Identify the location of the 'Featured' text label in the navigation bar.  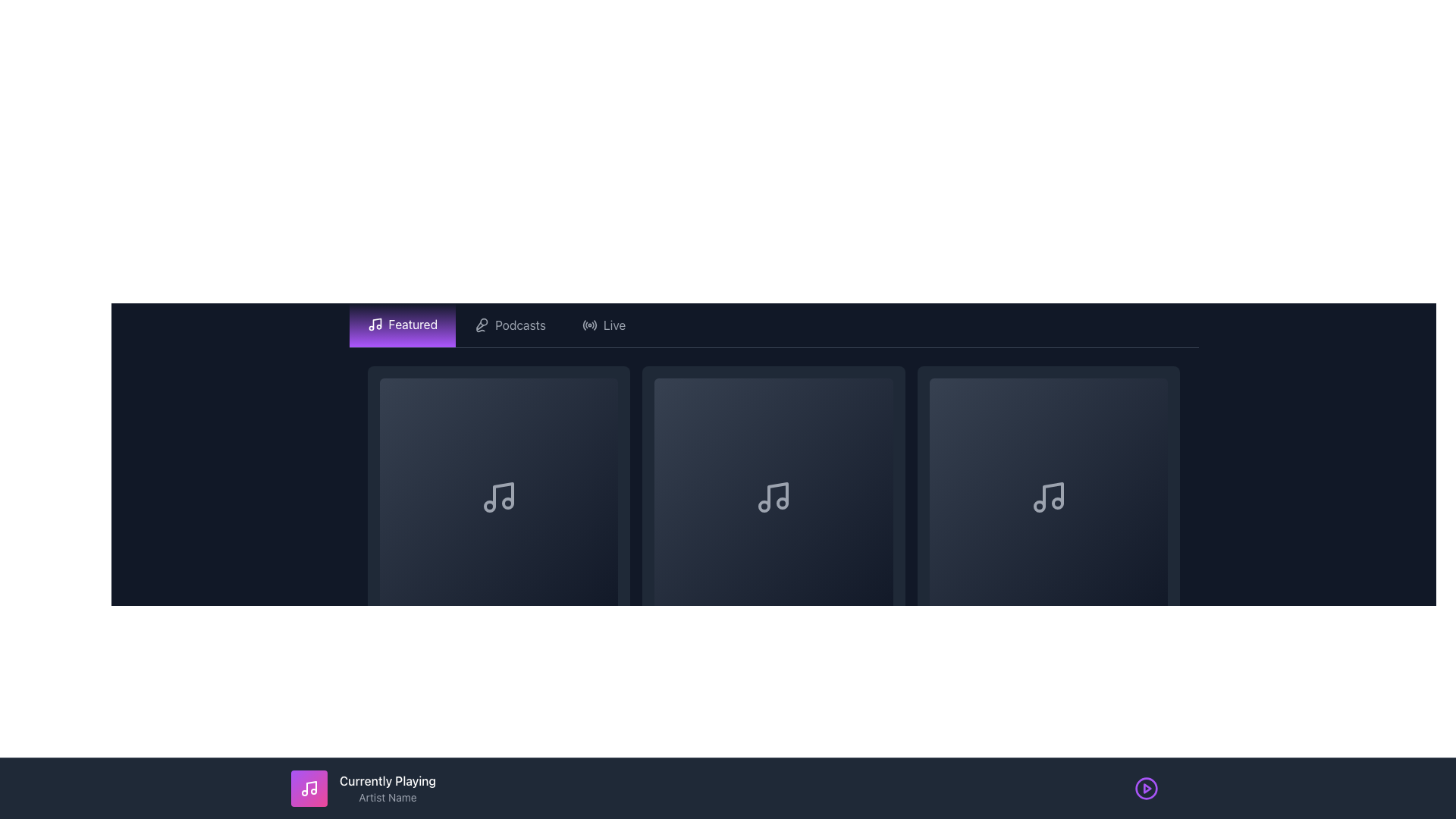
(413, 324).